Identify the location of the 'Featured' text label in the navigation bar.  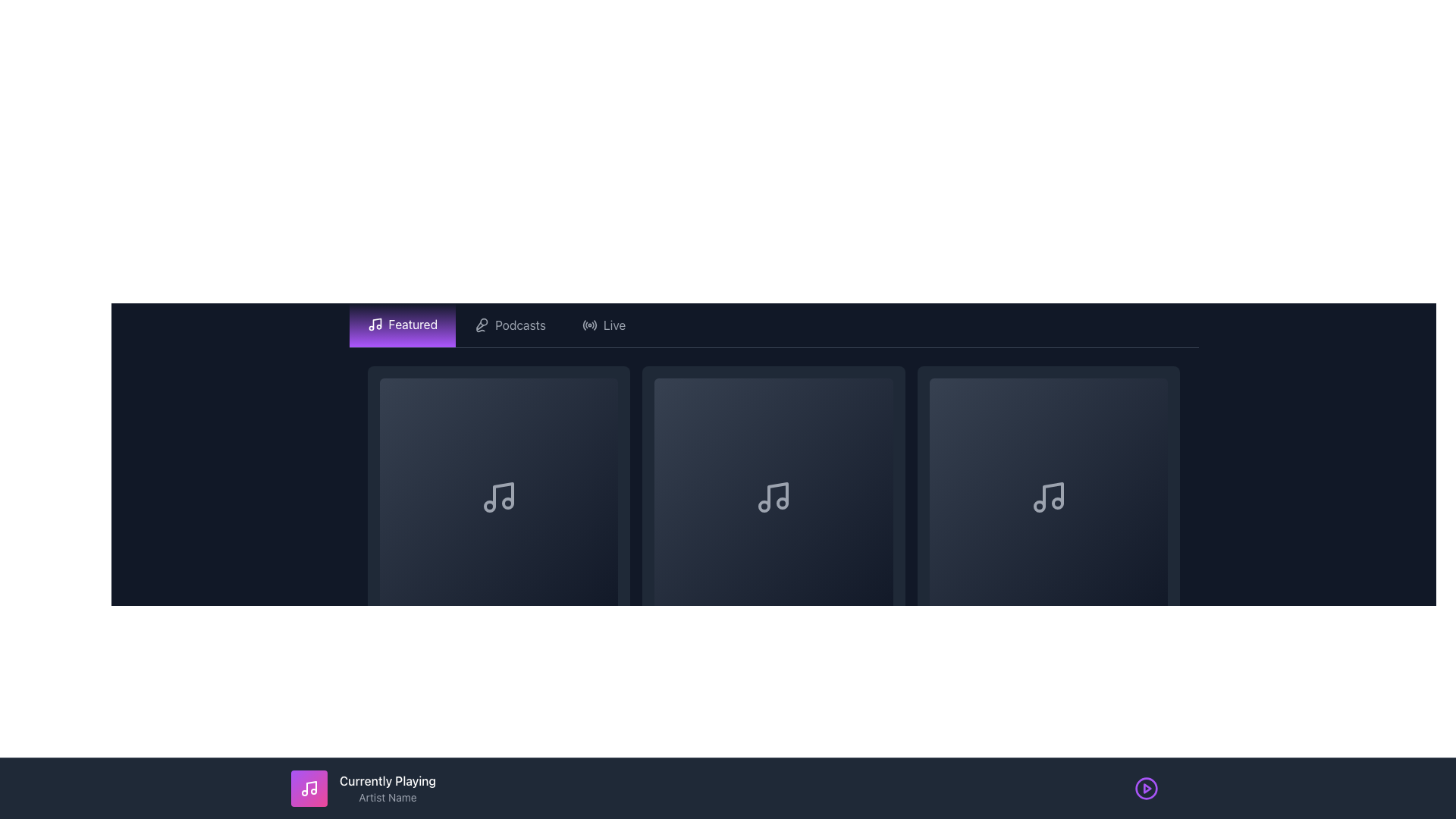
(413, 324).